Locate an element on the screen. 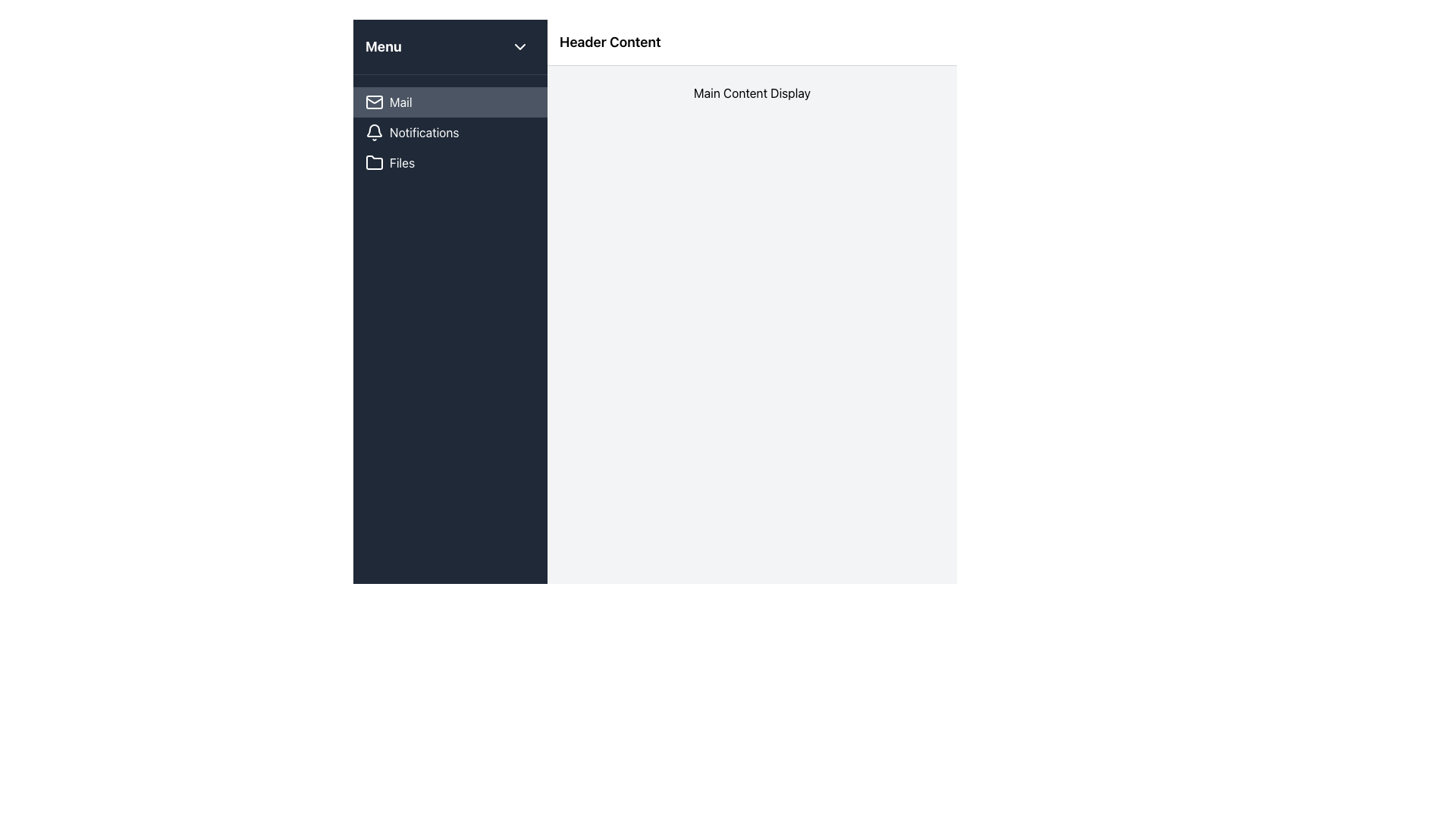  the envelope icon on the left sidebar next to the 'Mail' label is located at coordinates (375, 99).